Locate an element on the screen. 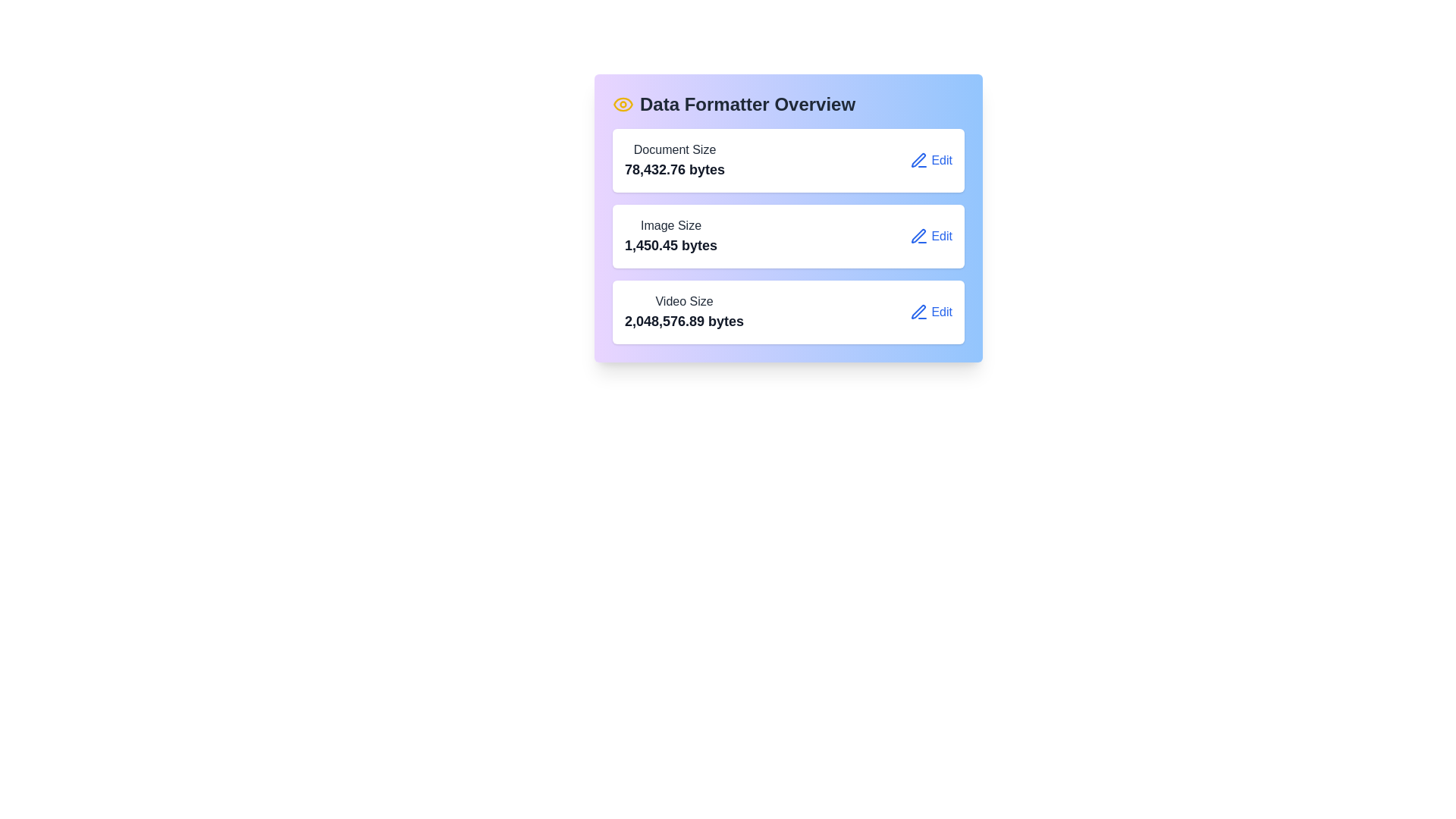 Image resolution: width=1456 pixels, height=819 pixels. the 'Document Size' text label, which is positioned above the value '78,432.76 bytes' in the 'Data Formatter Overview' section is located at coordinates (674, 149).